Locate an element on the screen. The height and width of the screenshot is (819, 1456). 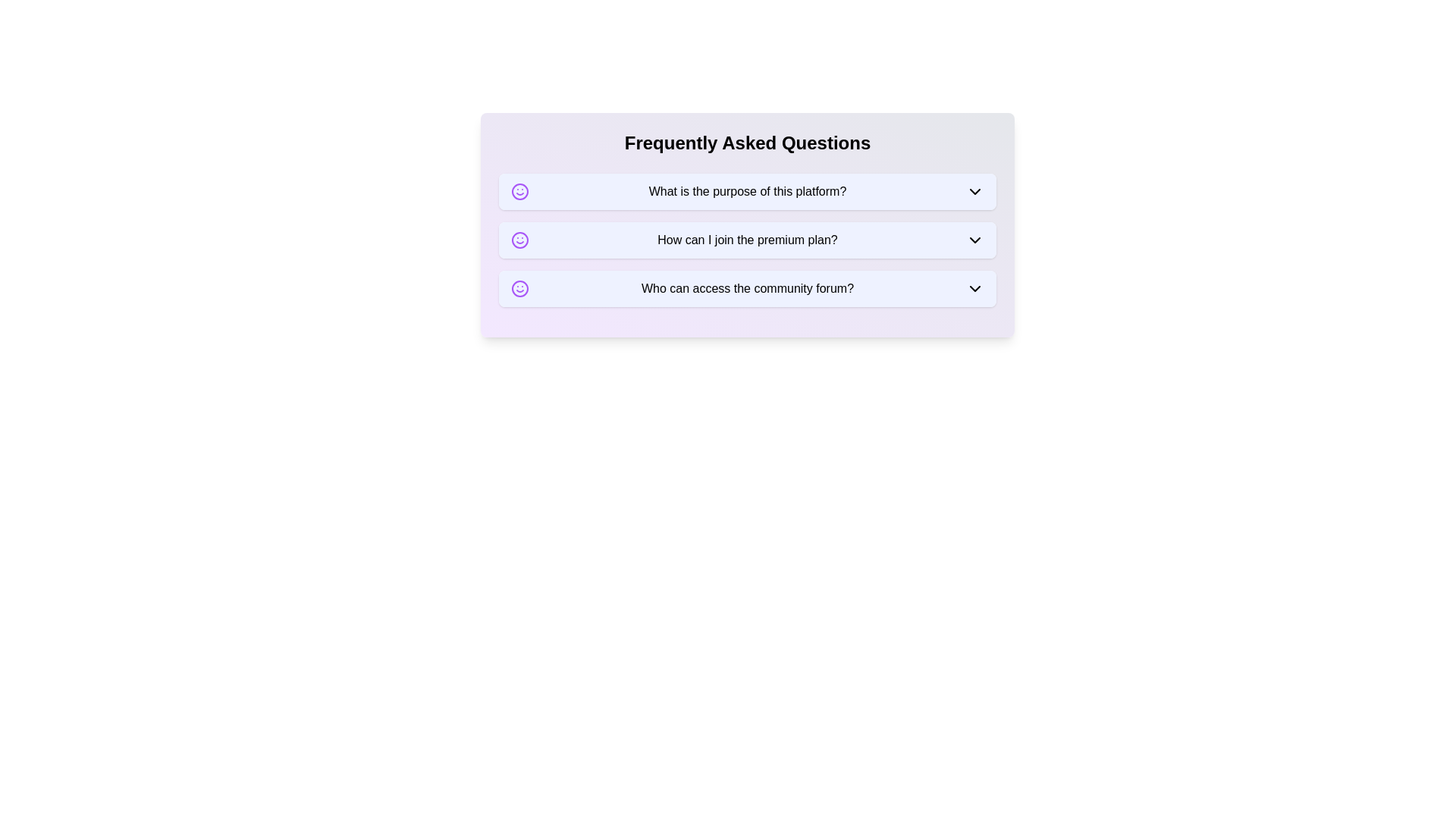
the circular SVG graphical element representing a smiley face, located to the left of the text 'How can I join the premium plan?' is located at coordinates (520, 239).